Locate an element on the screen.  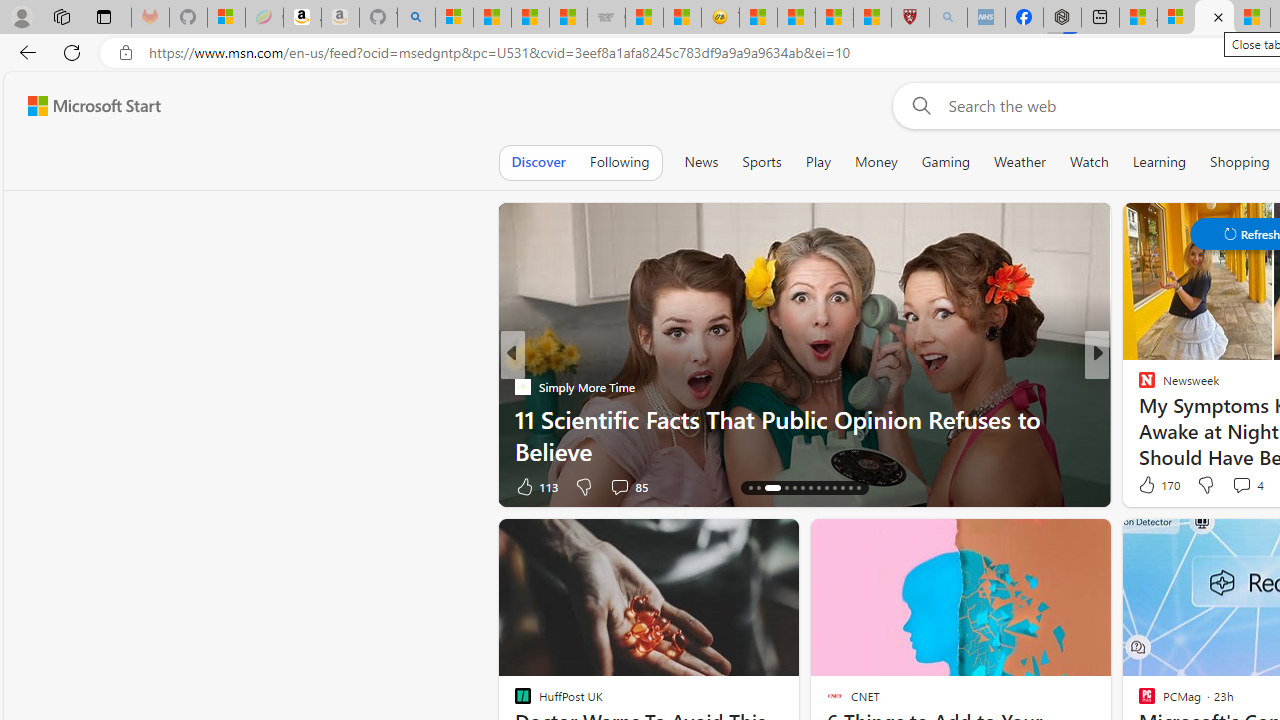
'Million Dollar Sense' is located at coordinates (1138, 418).